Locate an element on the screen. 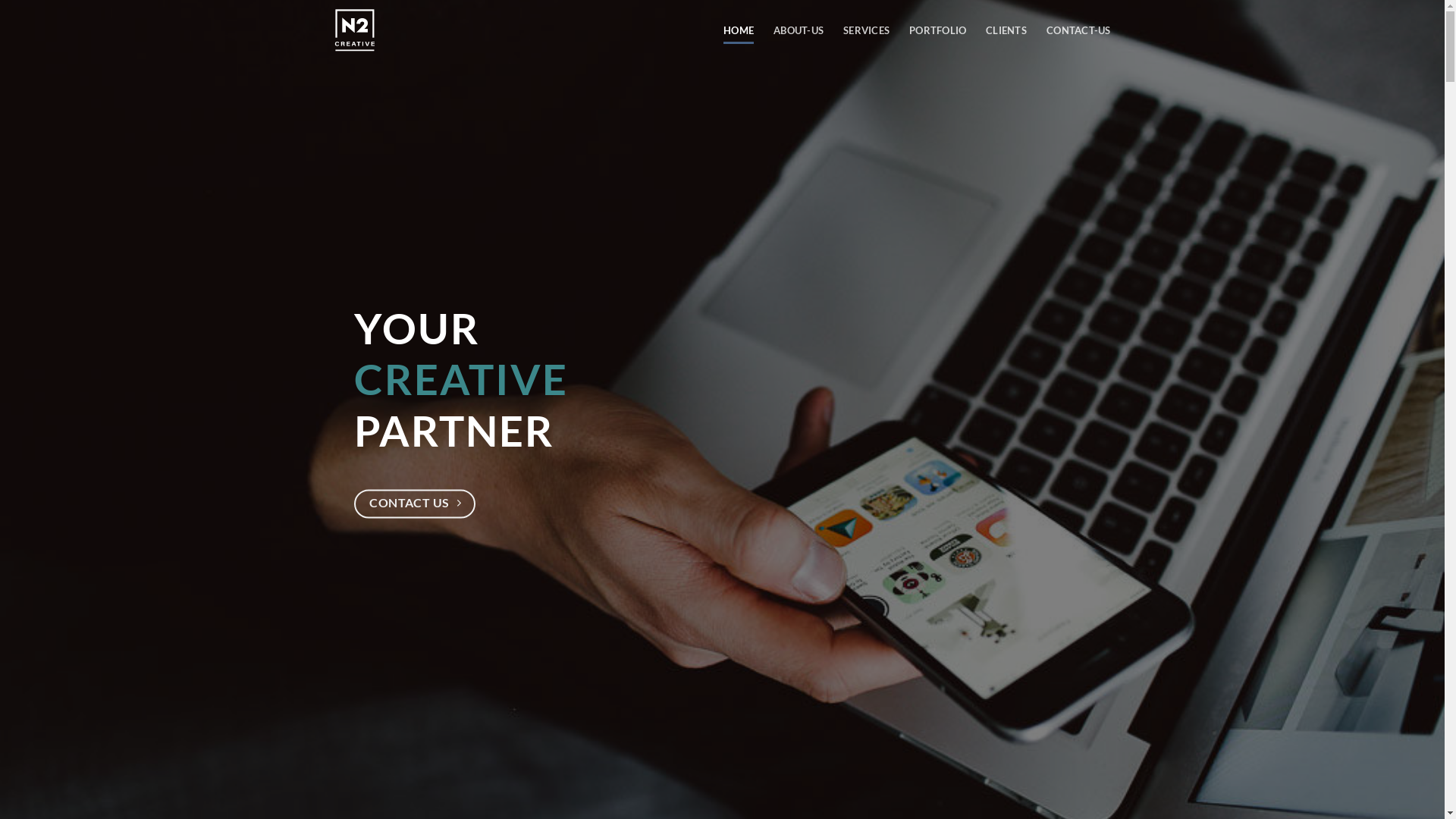  'CONTACT-US' is located at coordinates (1078, 30).